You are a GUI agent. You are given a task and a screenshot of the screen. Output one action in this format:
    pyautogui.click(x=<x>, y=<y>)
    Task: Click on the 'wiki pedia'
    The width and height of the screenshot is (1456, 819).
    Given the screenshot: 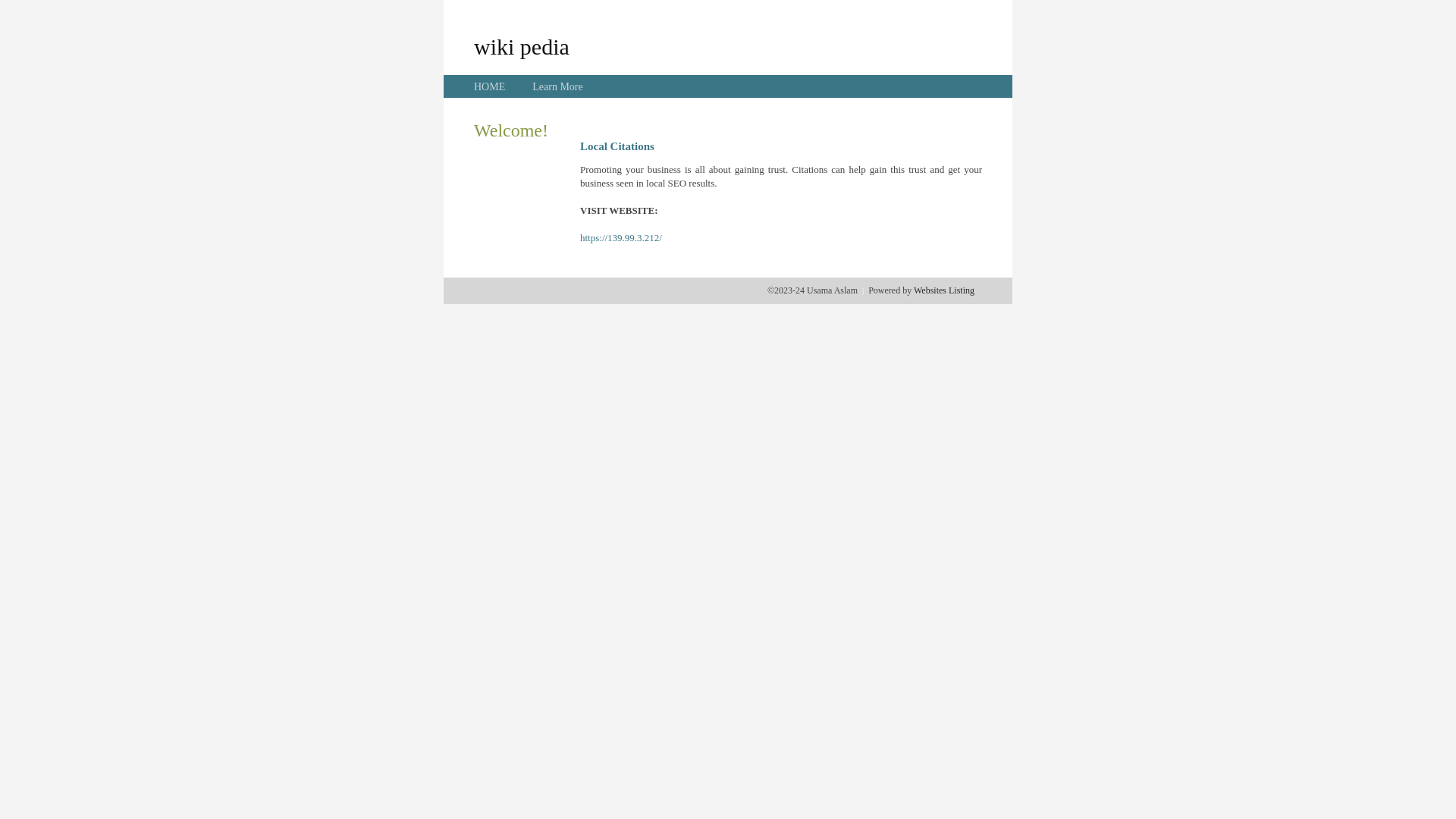 What is the action you would take?
    pyautogui.click(x=472, y=45)
    